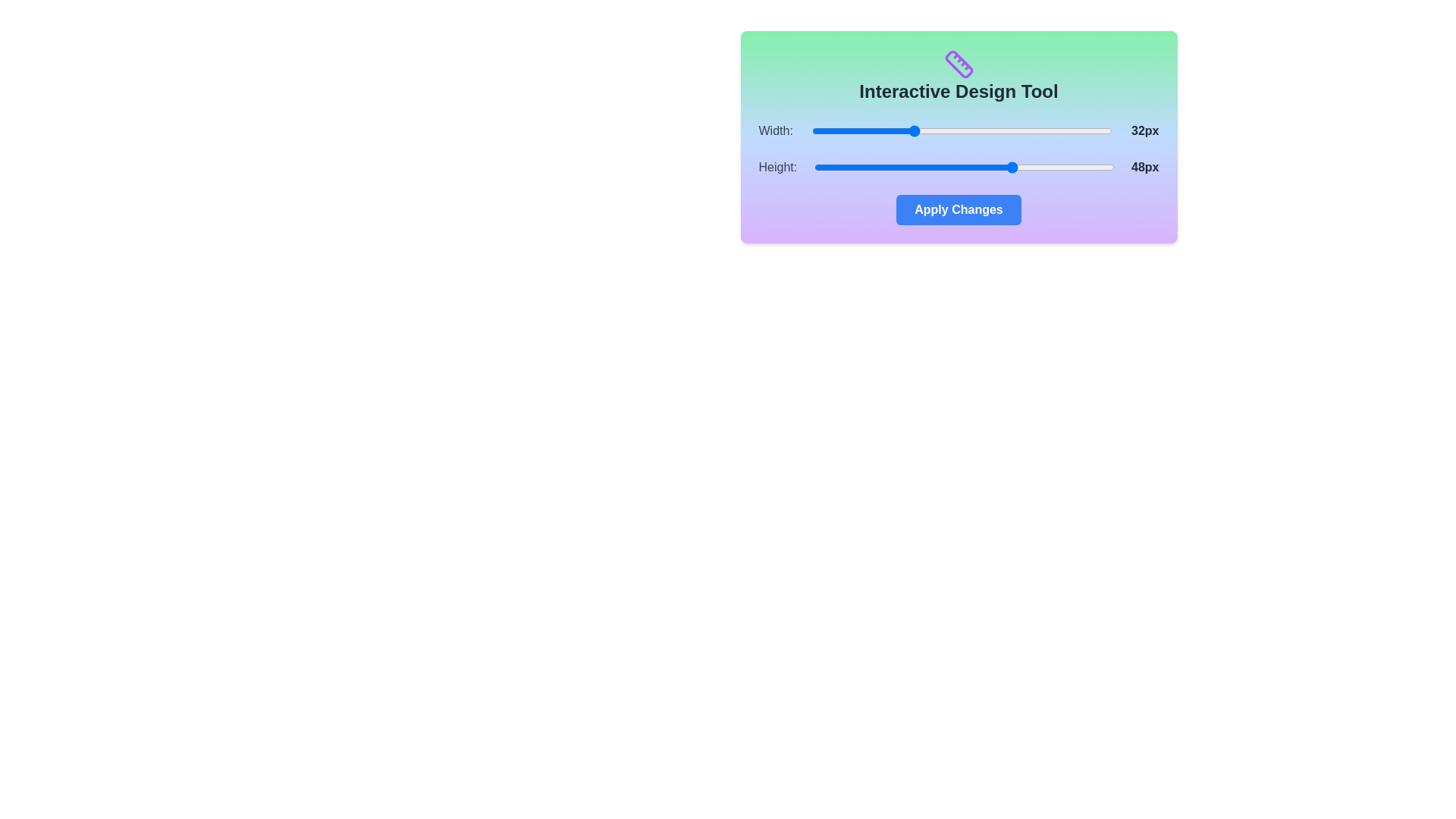  I want to click on the 'Apply Changes' button to confirm changes, so click(958, 210).